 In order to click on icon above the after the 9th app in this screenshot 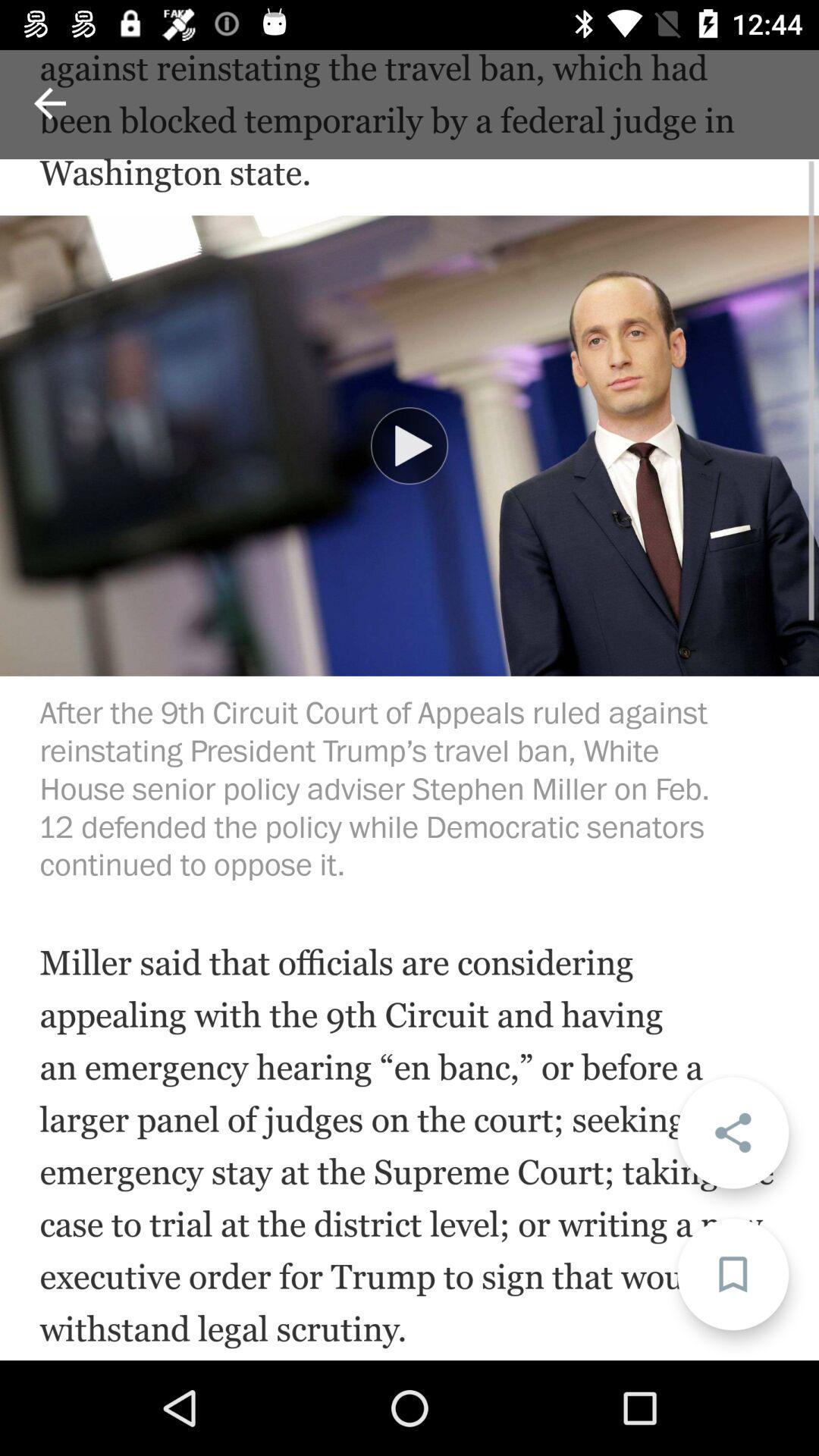, I will do `click(409, 445)`.